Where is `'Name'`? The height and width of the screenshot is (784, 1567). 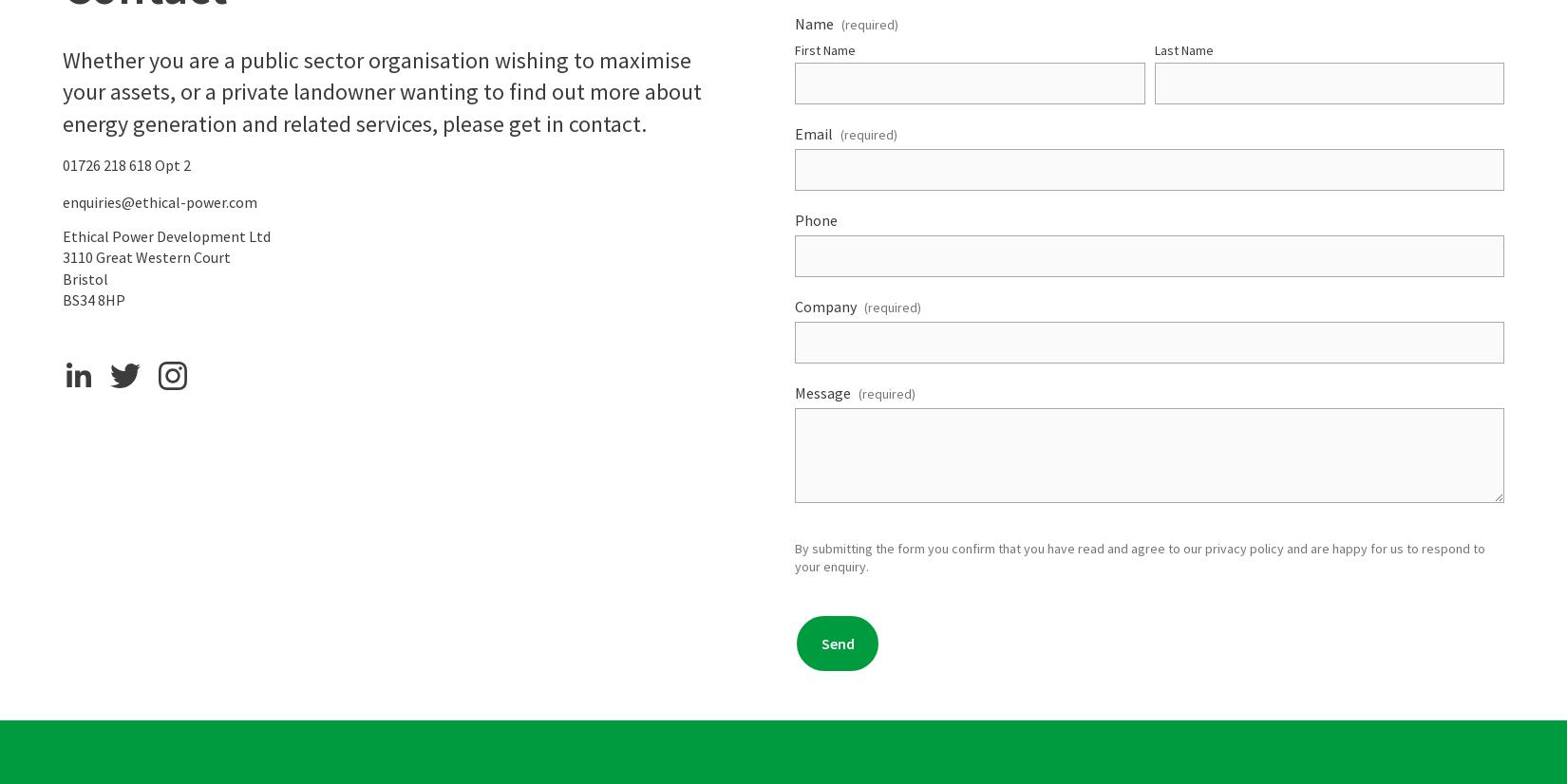
'Name' is located at coordinates (814, 23).